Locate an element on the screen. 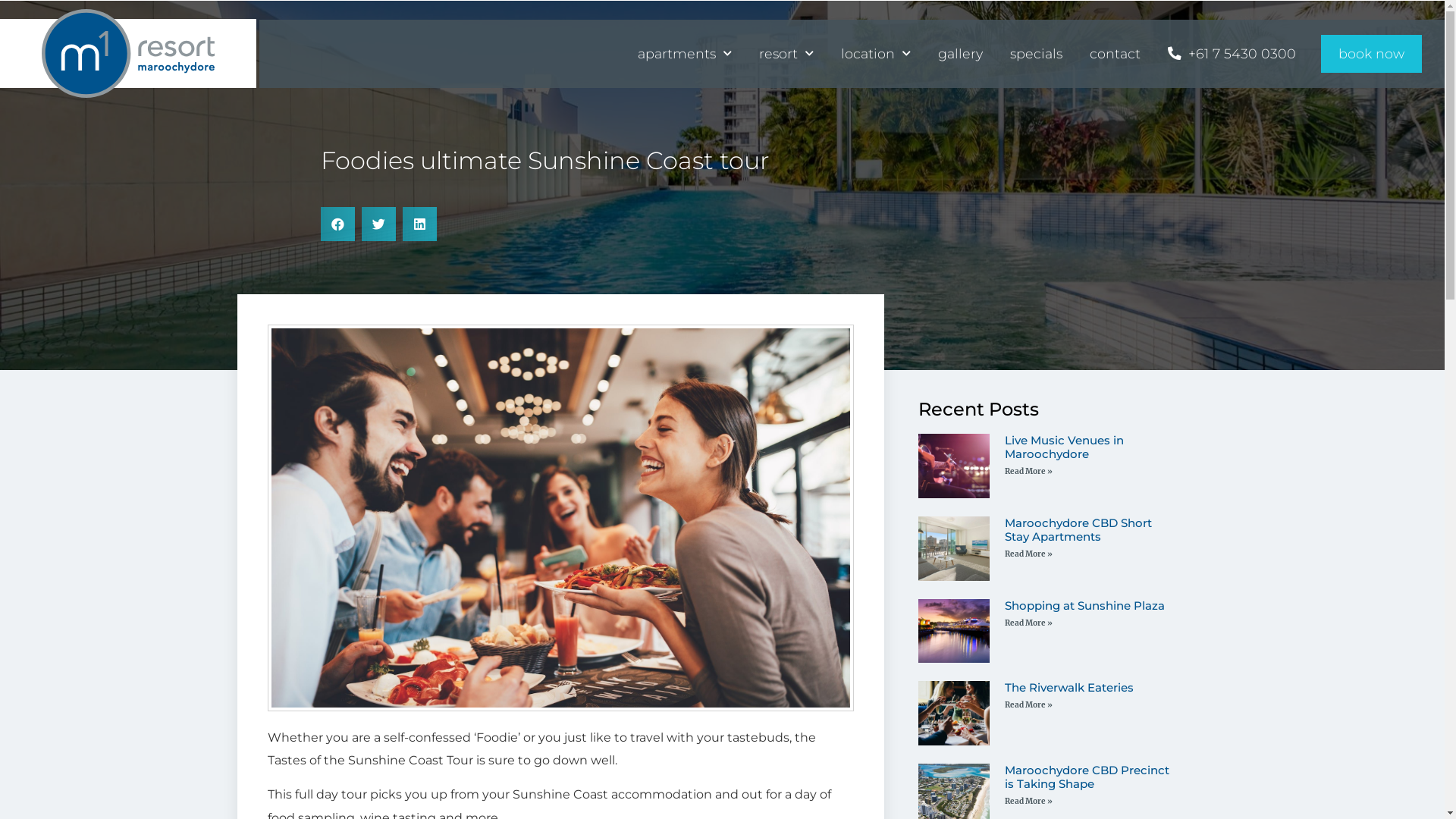 The width and height of the screenshot is (1456, 819). 'Live Music Venues in Maroochydore' is located at coordinates (1004, 446).